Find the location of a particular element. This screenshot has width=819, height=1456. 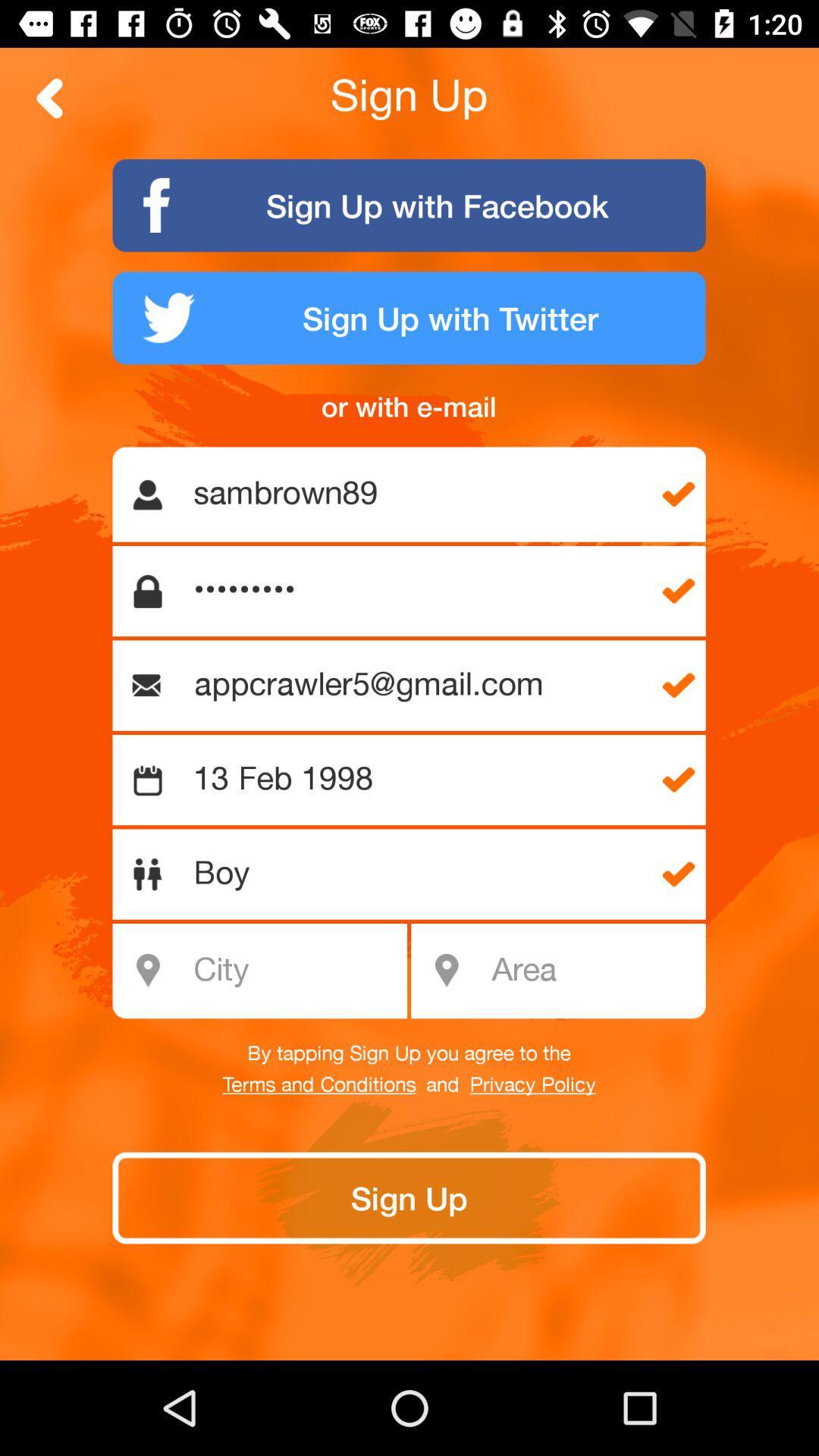

city field is located at coordinates (268, 971).